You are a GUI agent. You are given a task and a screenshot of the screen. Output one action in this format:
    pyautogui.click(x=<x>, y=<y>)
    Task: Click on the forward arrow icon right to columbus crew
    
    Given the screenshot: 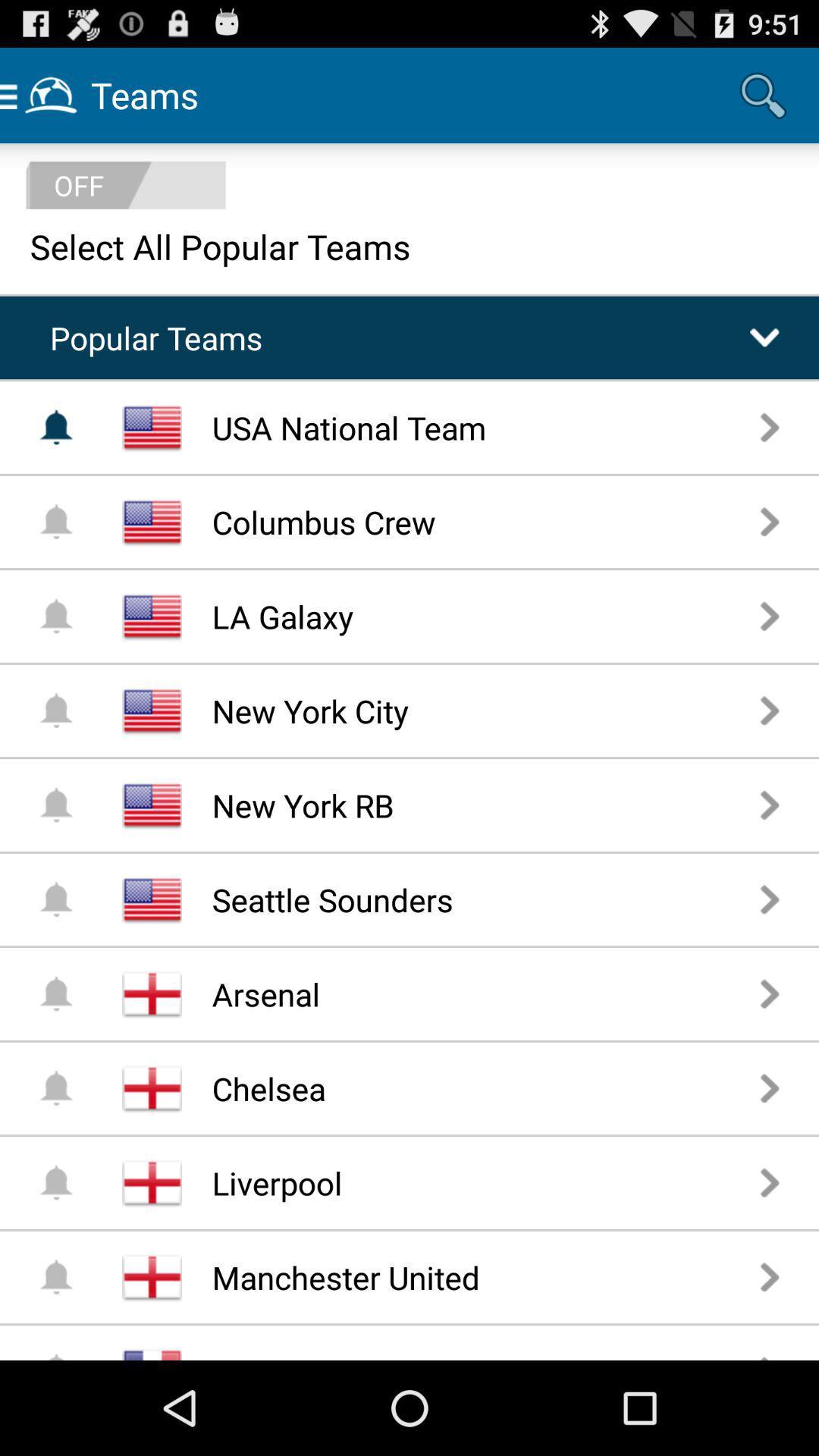 What is the action you would take?
    pyautogui.click(x=770, y=521)
    